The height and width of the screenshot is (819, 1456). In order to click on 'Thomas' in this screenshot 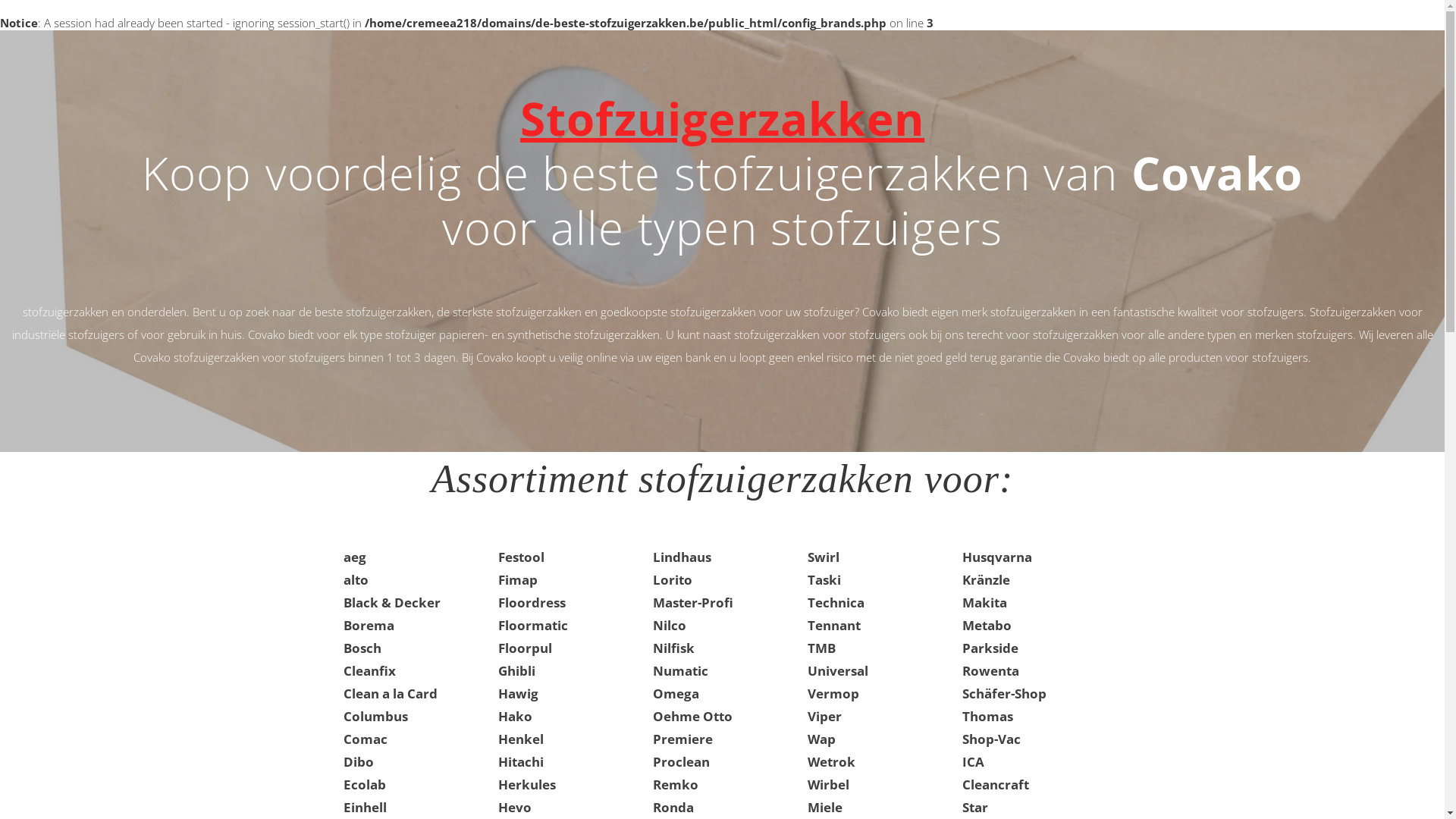, I will do `click(987, 716)`.